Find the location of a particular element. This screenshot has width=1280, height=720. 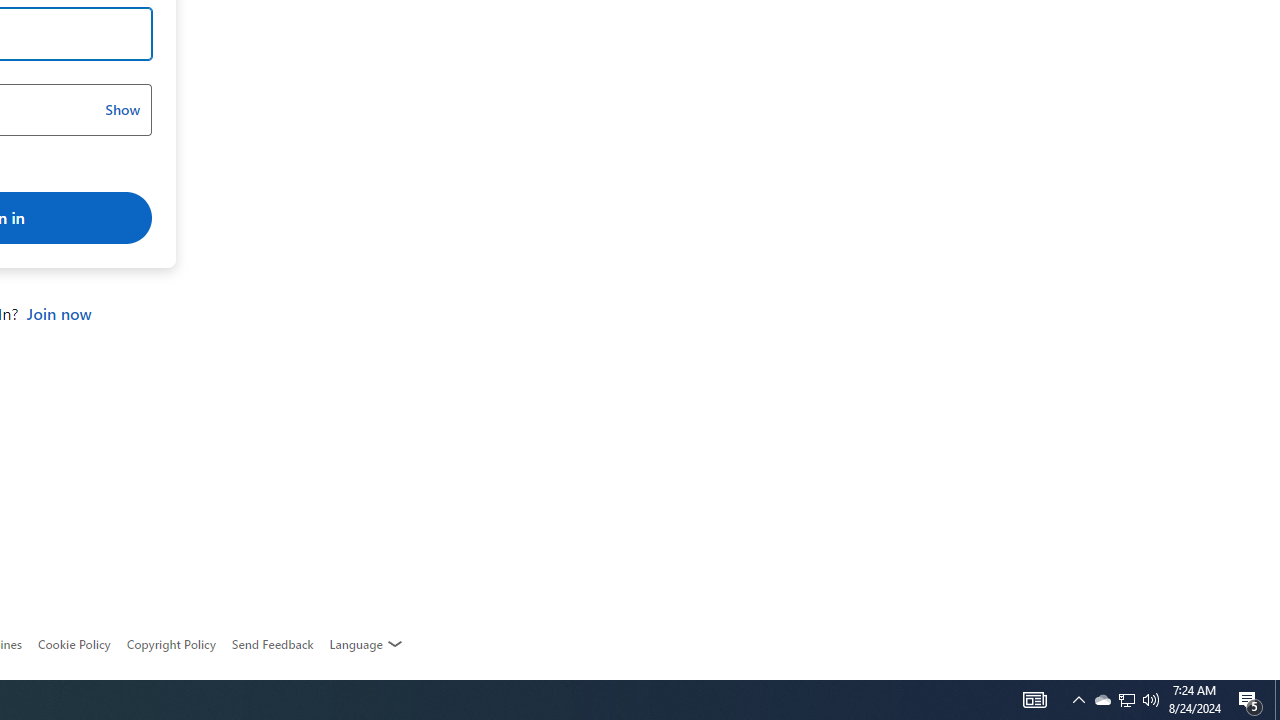

'Copyright Policy' is located at coordinates (170, 644).